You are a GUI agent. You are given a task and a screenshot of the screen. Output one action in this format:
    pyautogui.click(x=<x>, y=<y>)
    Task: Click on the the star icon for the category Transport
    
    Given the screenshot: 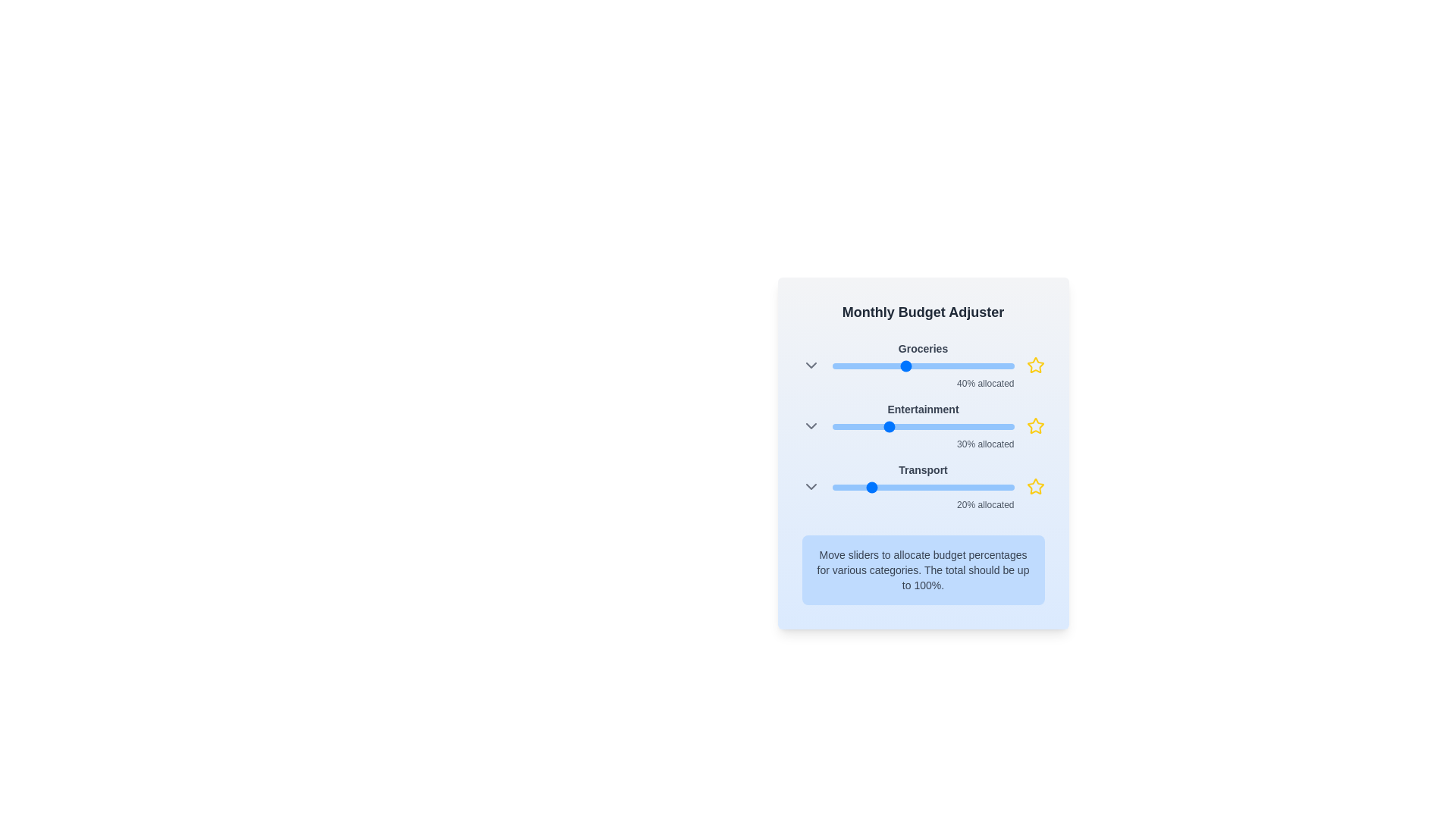 What is the action you would take?
    pyautogui.click(x=1034, y=486)
    